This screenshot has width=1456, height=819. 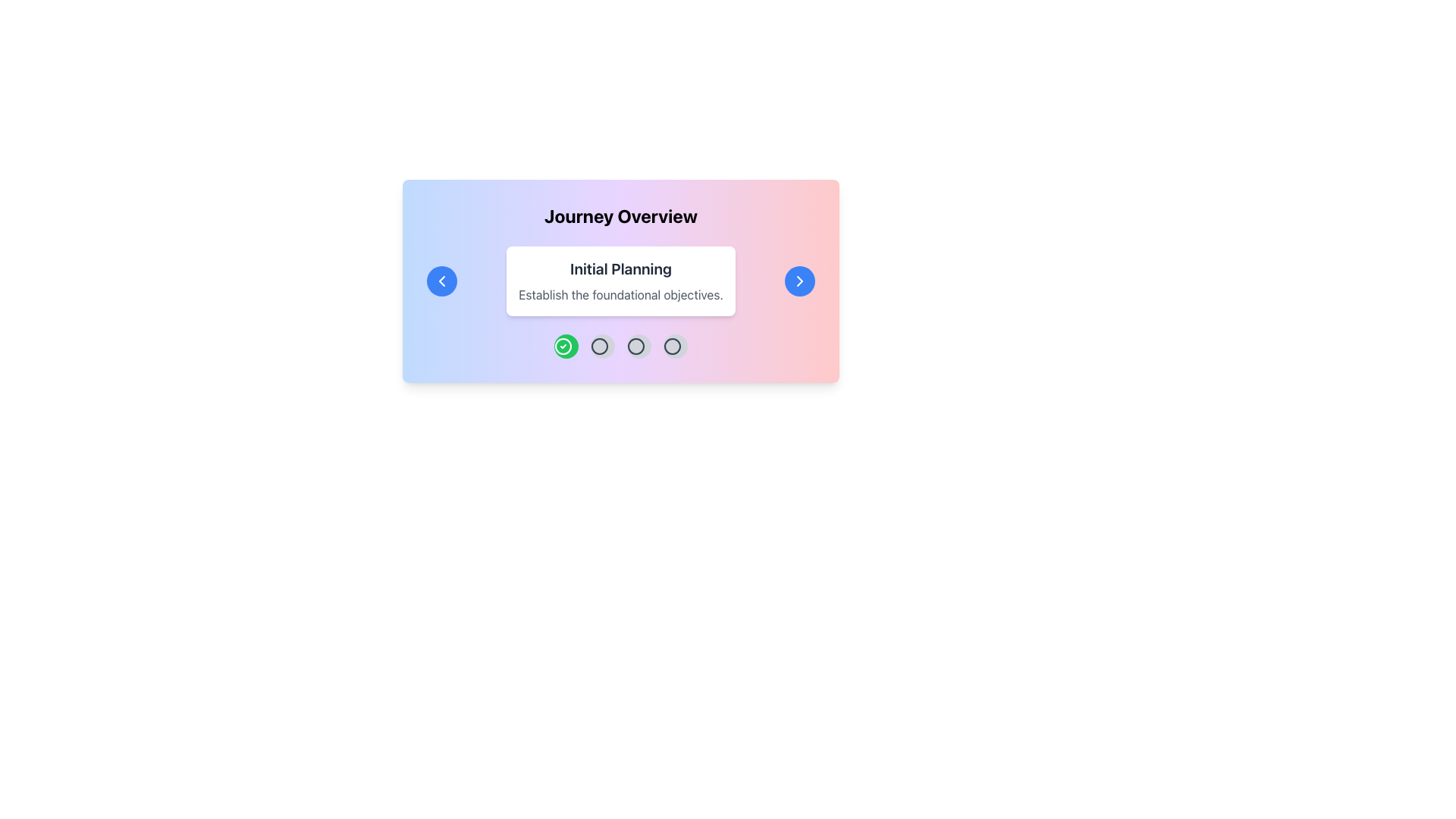 I want to click on the fourth circular button located beneath the 'Initial Planning' section in the central part of the interface, so click(x=675, y=346).